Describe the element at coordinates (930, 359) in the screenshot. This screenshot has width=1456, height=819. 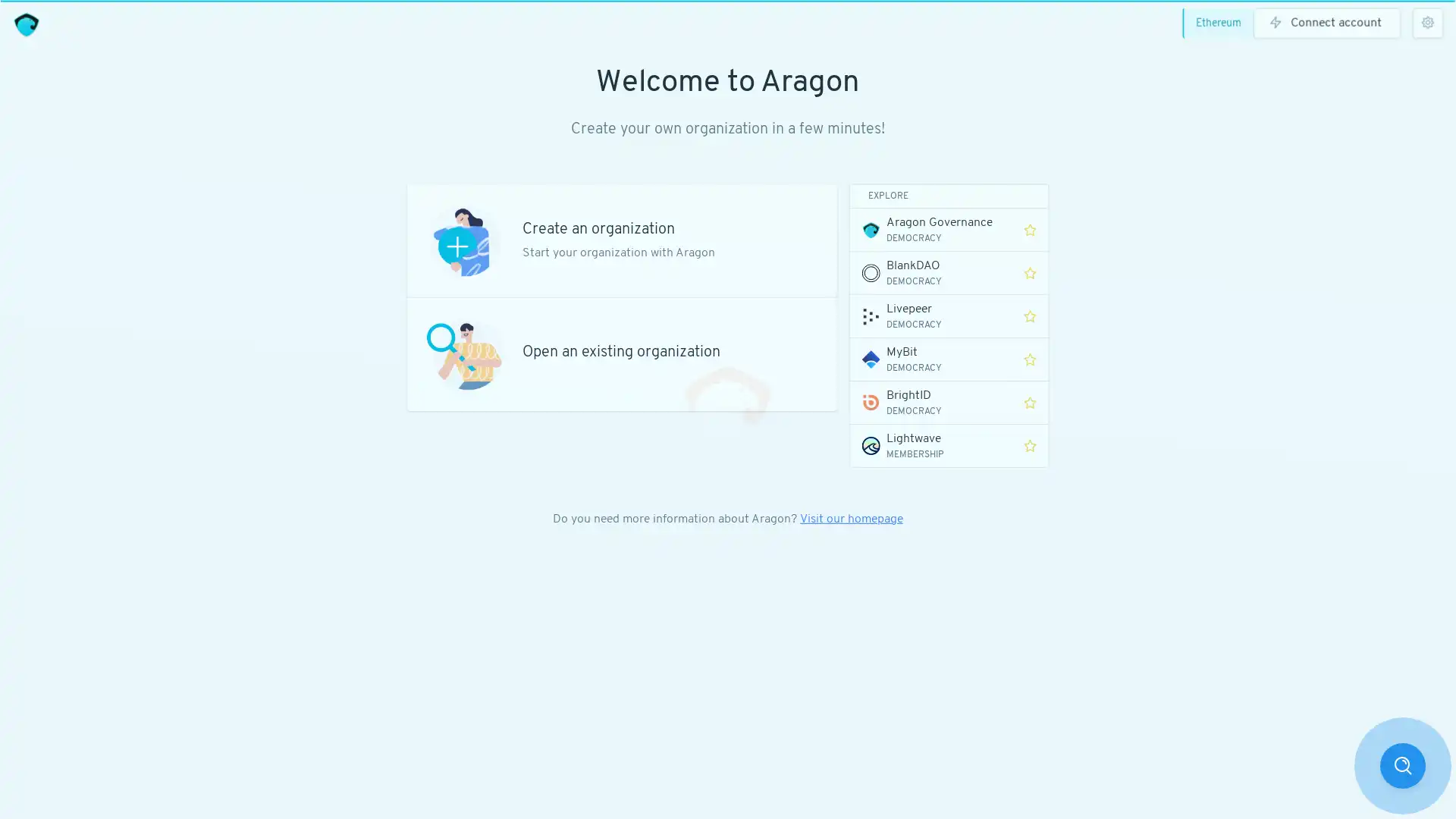
I see `MyBit DEMOCRACY` at that location.